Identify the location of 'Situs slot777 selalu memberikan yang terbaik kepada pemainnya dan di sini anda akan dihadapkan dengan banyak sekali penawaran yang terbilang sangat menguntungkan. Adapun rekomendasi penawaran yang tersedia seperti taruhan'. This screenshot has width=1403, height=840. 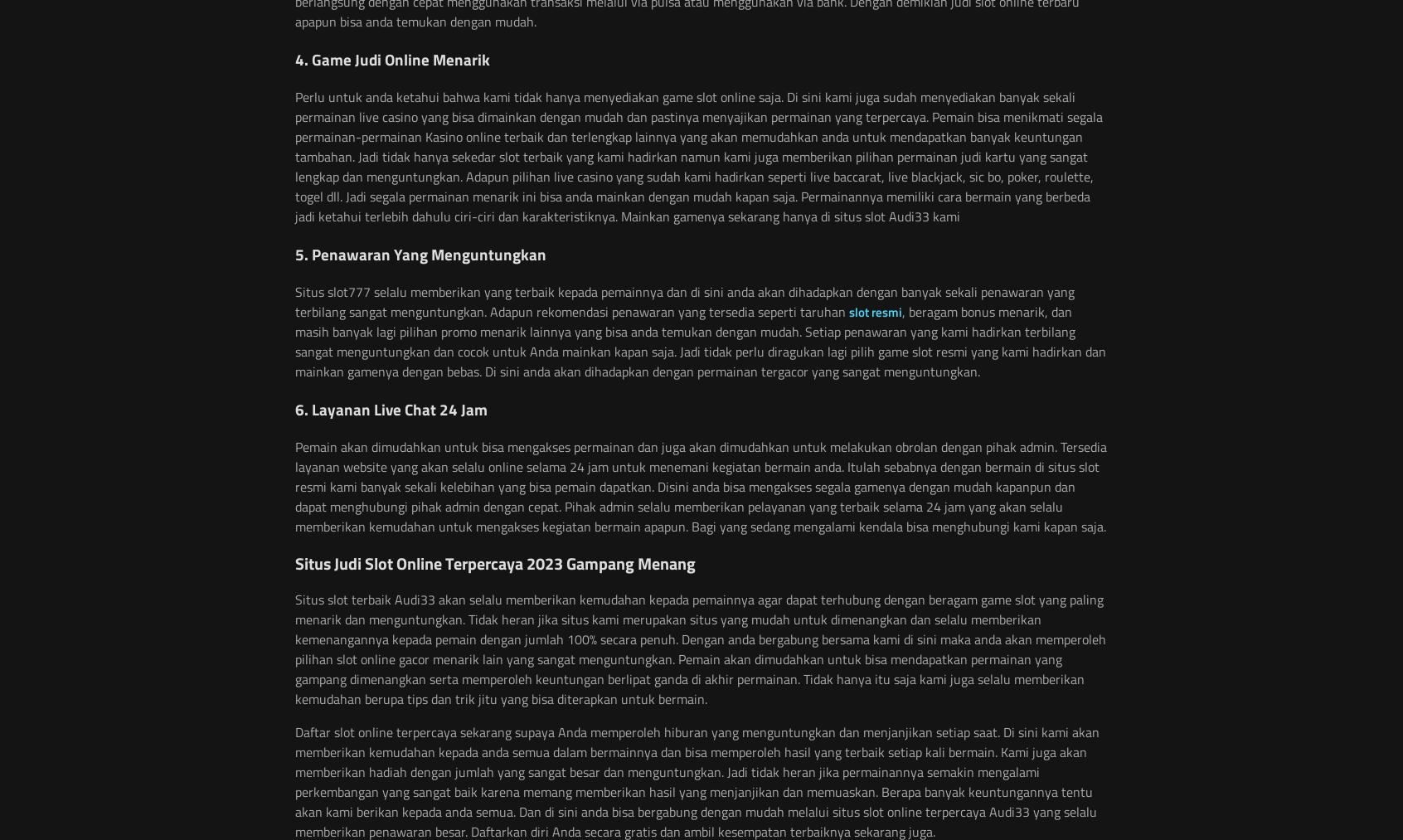
(294, 301).